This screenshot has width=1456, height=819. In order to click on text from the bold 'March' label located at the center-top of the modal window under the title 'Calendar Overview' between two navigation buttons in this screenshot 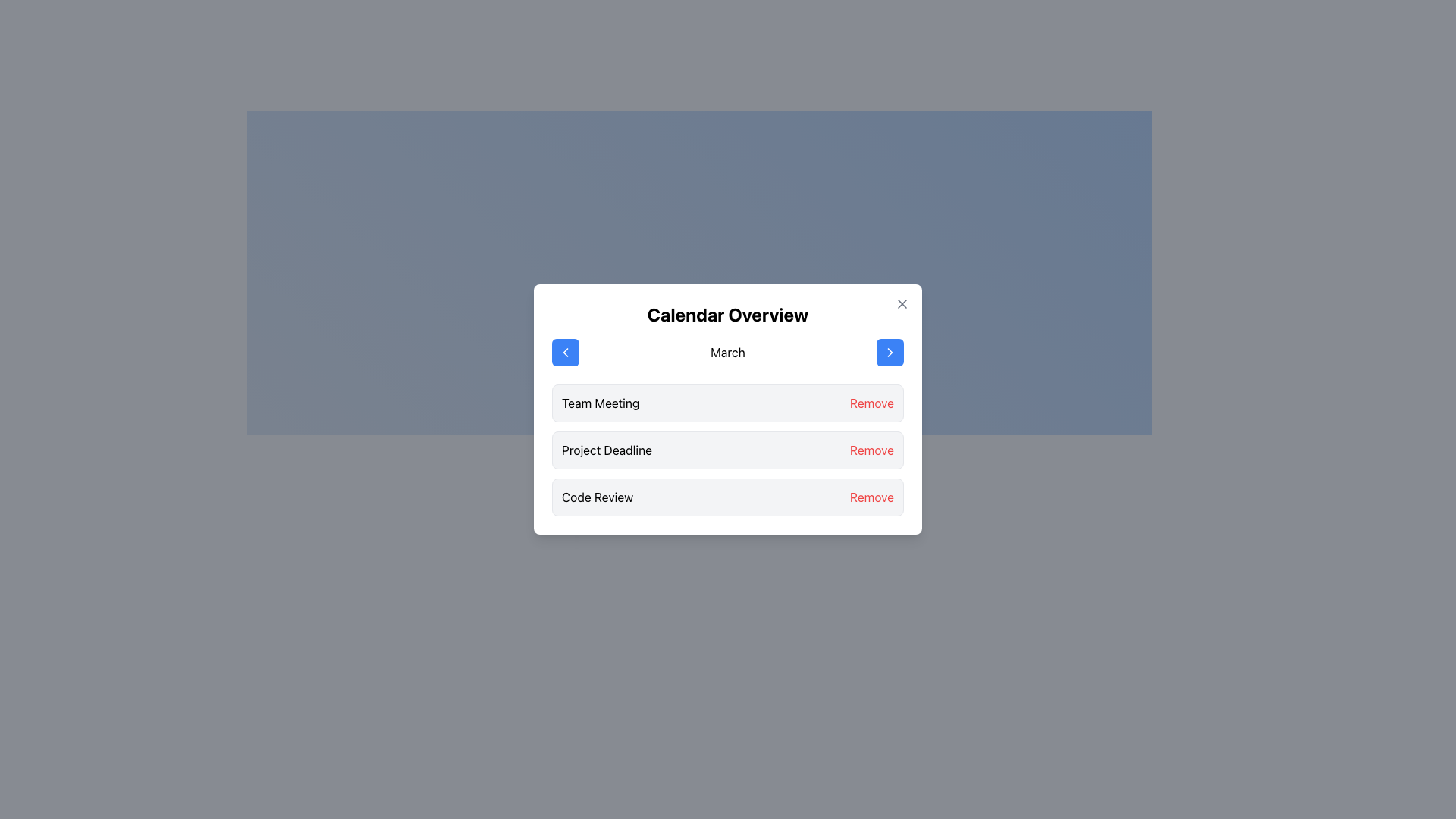, I will do `click(728, 353)`.